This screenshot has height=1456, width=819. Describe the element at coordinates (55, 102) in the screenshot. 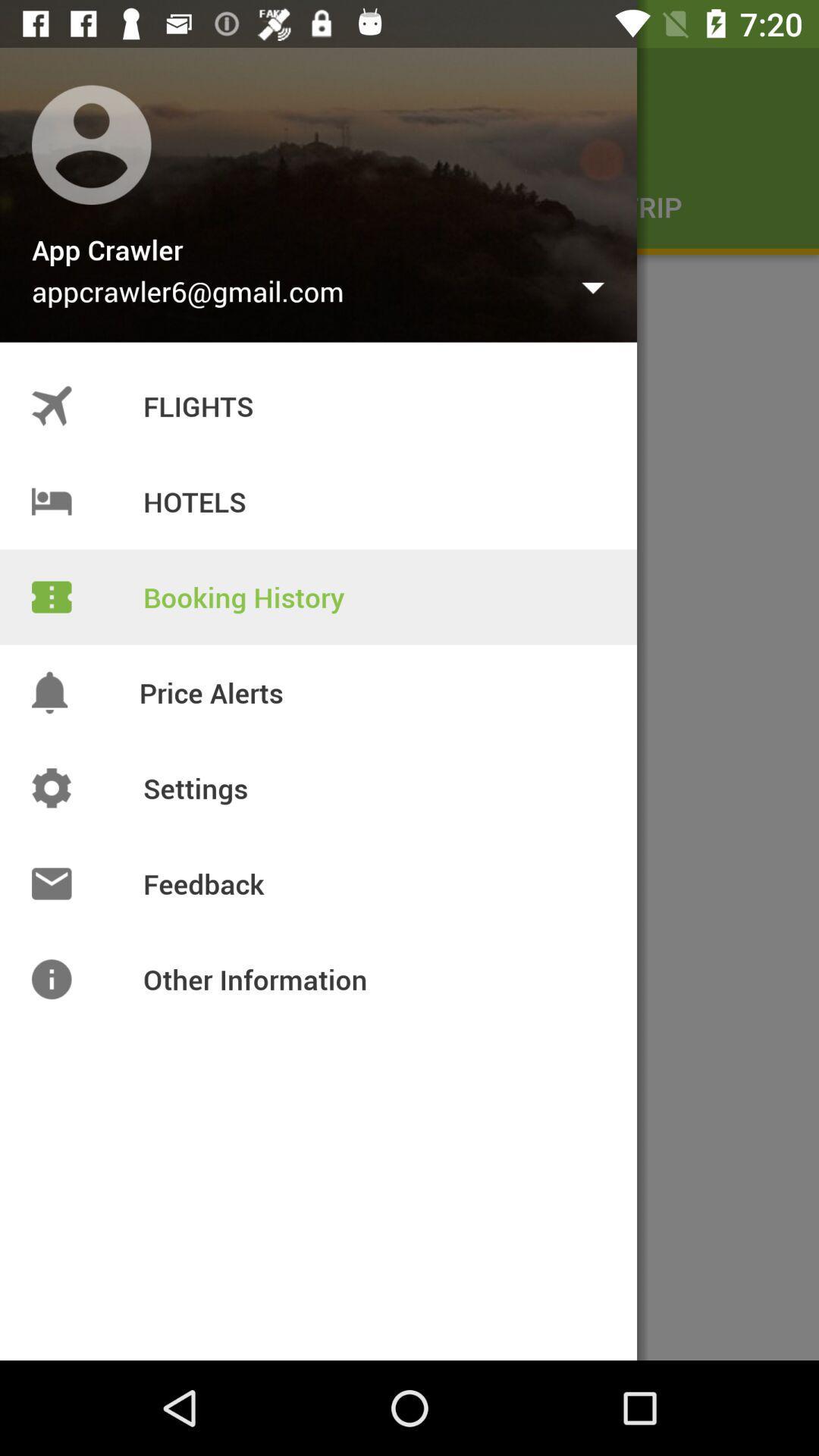

I see `the avatar icon` at that location.